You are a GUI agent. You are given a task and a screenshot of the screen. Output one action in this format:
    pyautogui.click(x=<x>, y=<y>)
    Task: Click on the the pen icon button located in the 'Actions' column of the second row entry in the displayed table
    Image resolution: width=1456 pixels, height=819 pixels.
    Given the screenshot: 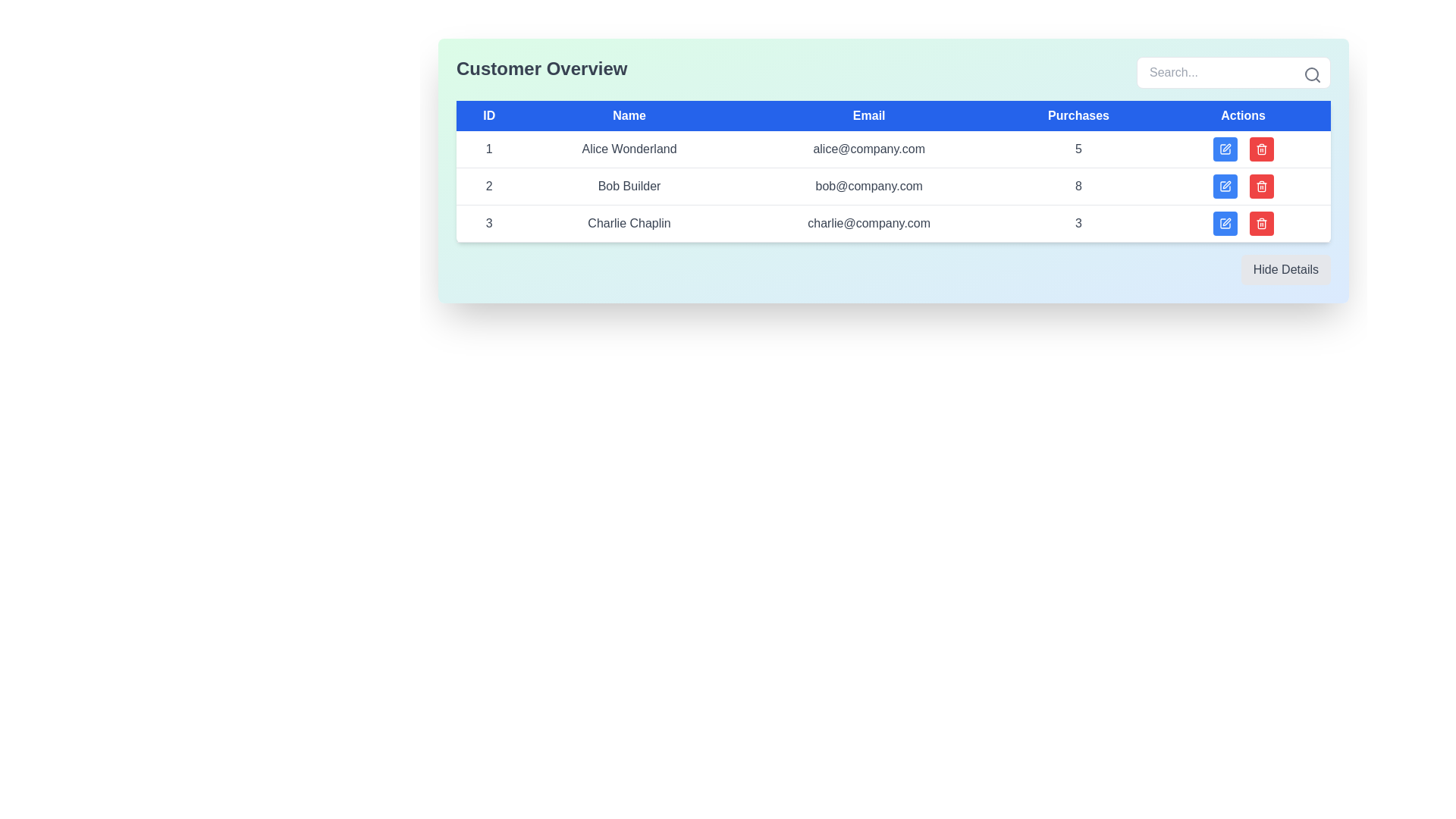 What is the action you would take?
    pyautogui.click(x=1226, y=148)
    